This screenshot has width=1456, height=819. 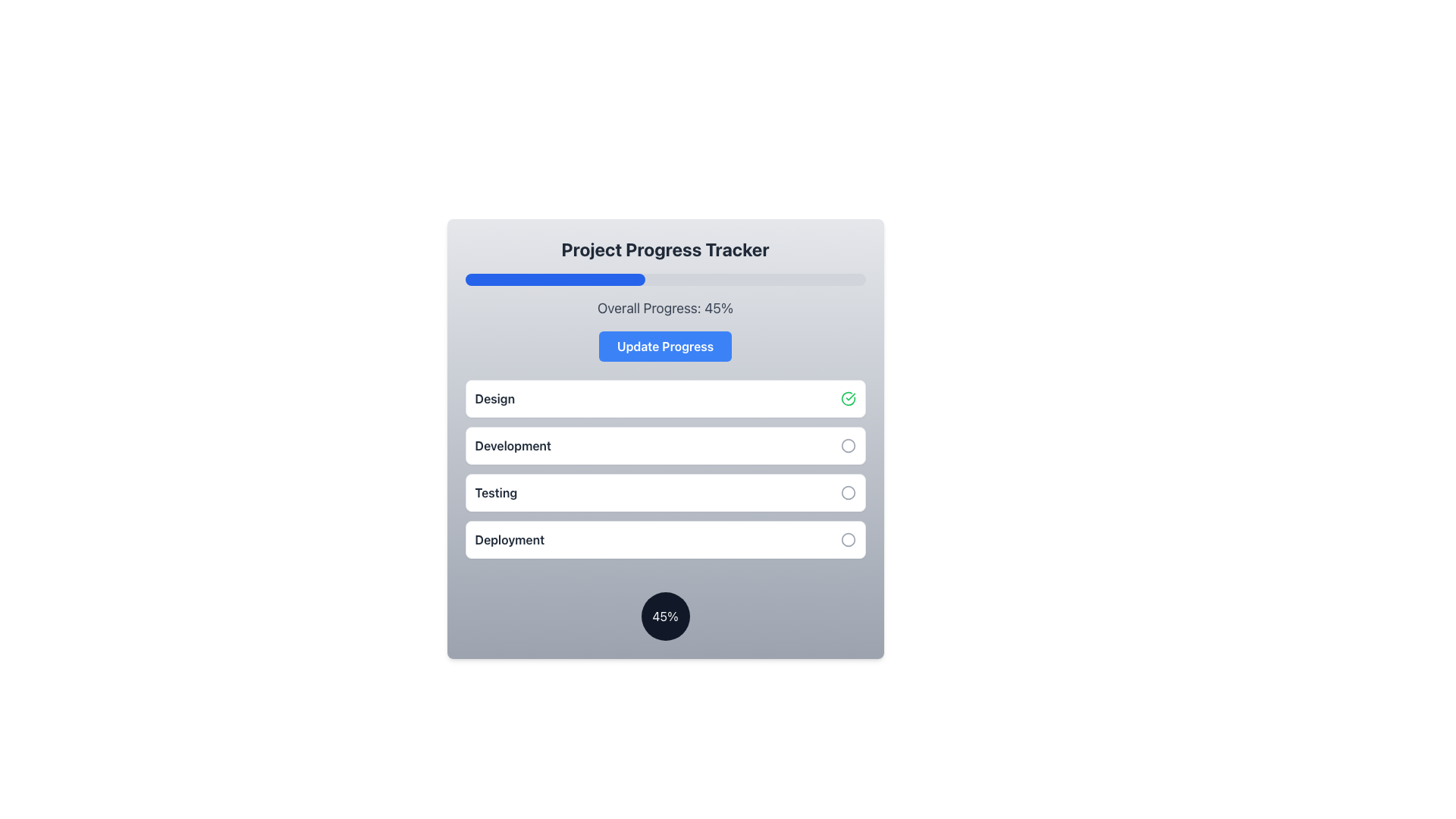 What do you see at coordinates (554, 280) in the screenshot?
I see `the horizontal blue progress indicator bar that is styled with rounded ends and located within a gray track at the top-center of the window` at bounding box center [554, 280].